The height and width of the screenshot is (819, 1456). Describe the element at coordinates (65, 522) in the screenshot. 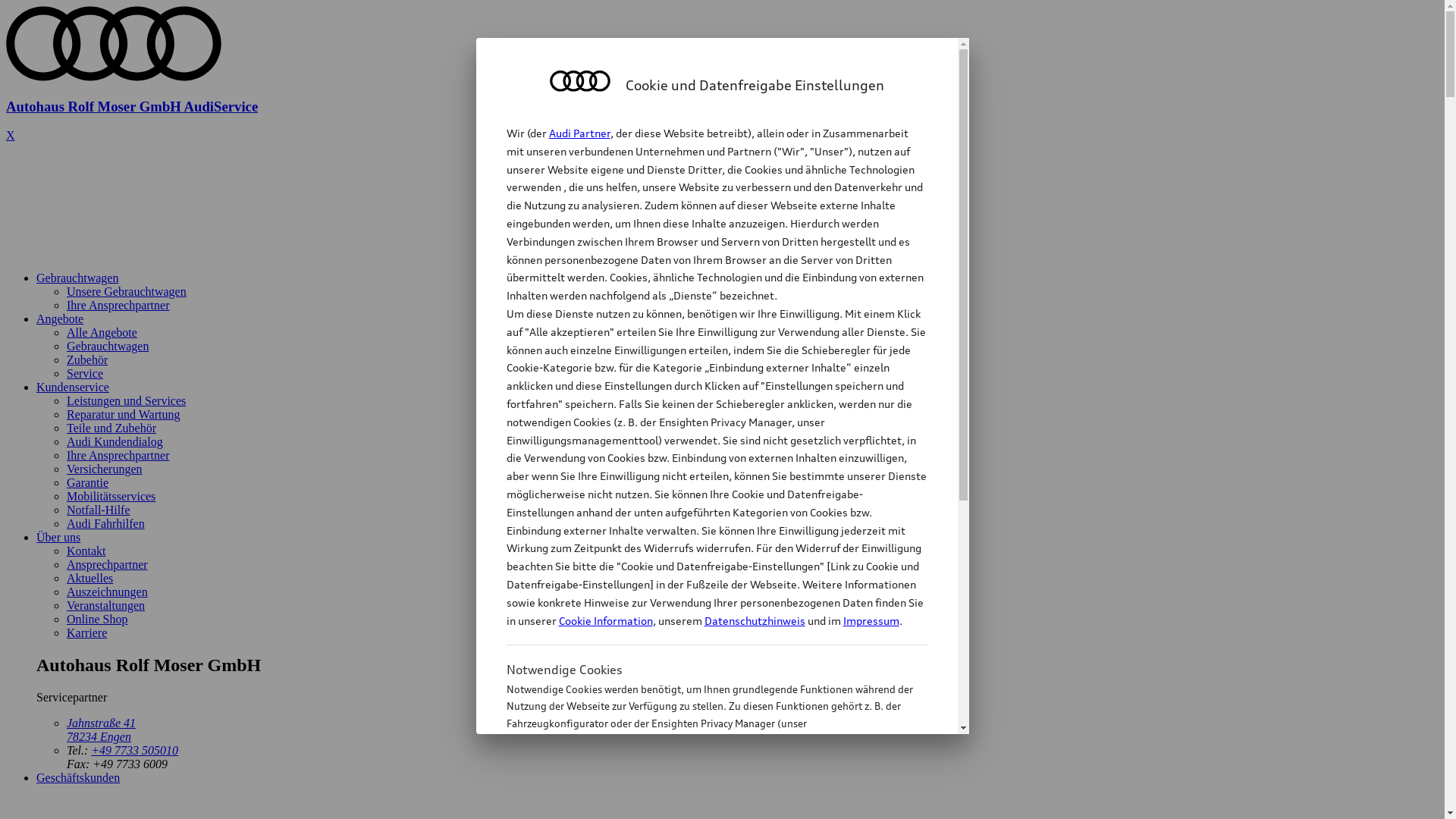

I see `'Audi Fahrhilfen'` at that location.